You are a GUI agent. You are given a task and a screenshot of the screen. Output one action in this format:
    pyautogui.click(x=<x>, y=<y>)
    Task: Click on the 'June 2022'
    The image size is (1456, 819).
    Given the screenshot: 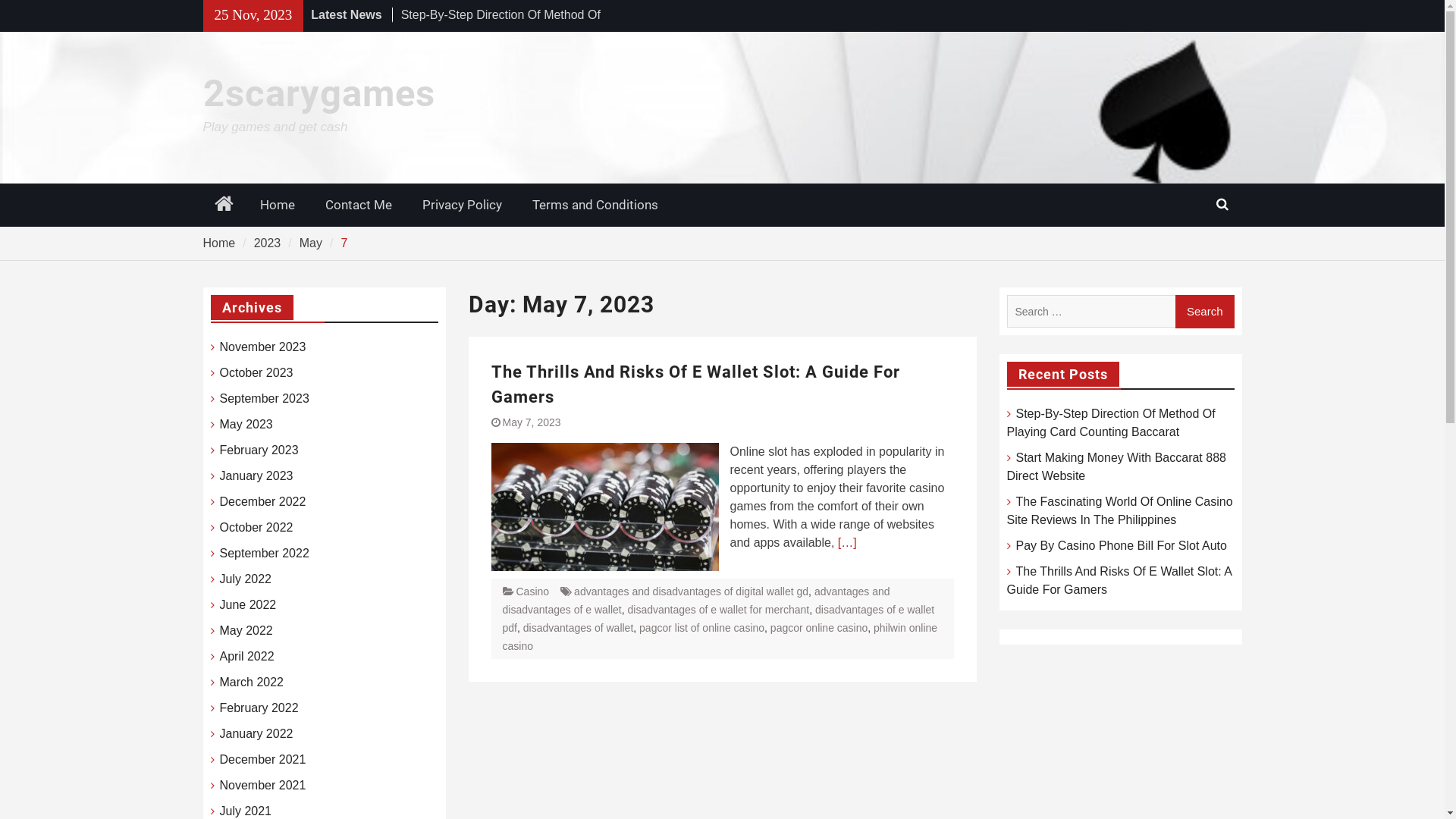 What is the action you would take?
    pyautogui.click(x=248, y=604)
    